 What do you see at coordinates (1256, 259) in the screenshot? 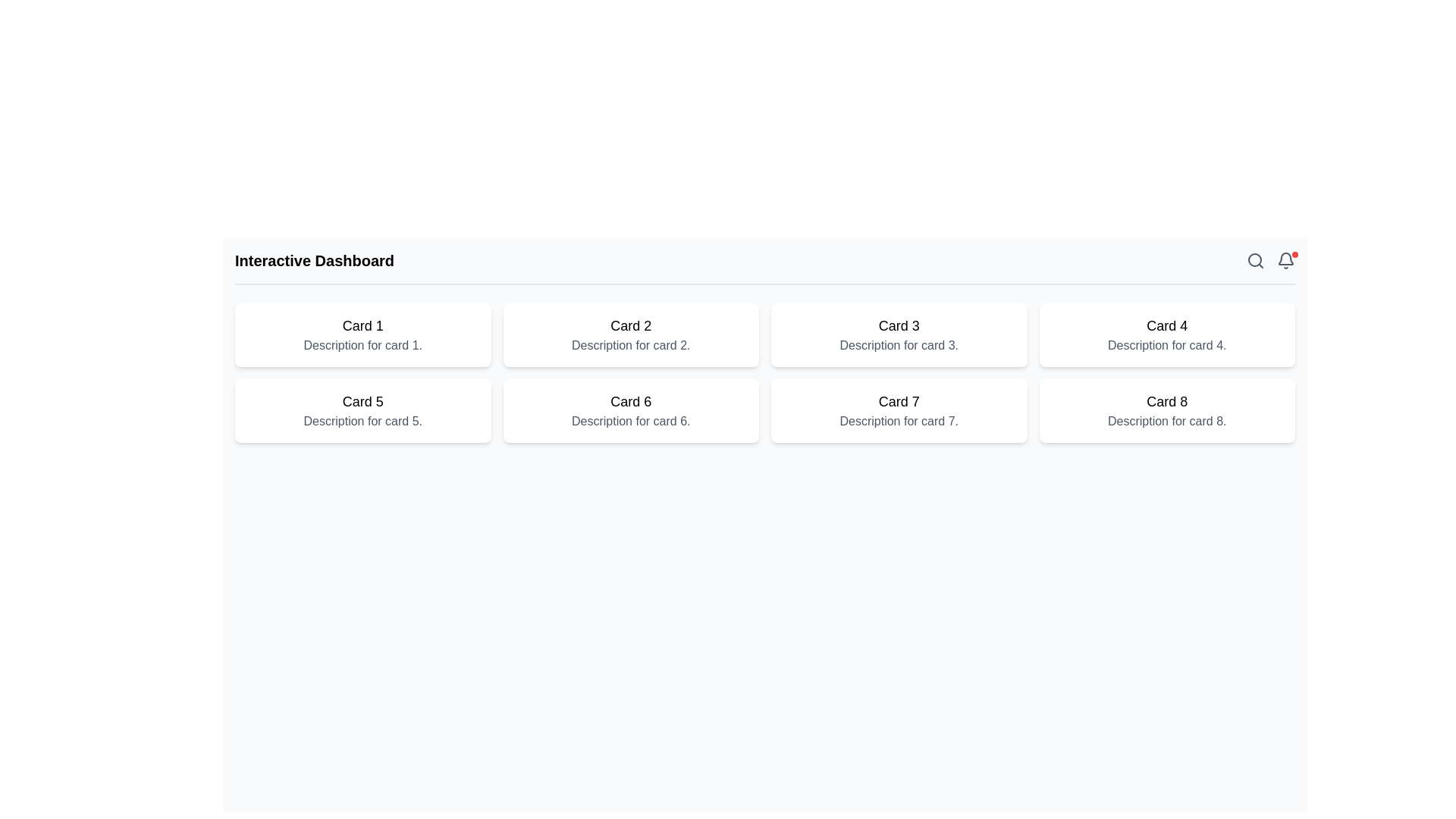
I see `the magnifying glass icon in the top-right corner of the interface to initiate search` at bounding box center [1256, 259].